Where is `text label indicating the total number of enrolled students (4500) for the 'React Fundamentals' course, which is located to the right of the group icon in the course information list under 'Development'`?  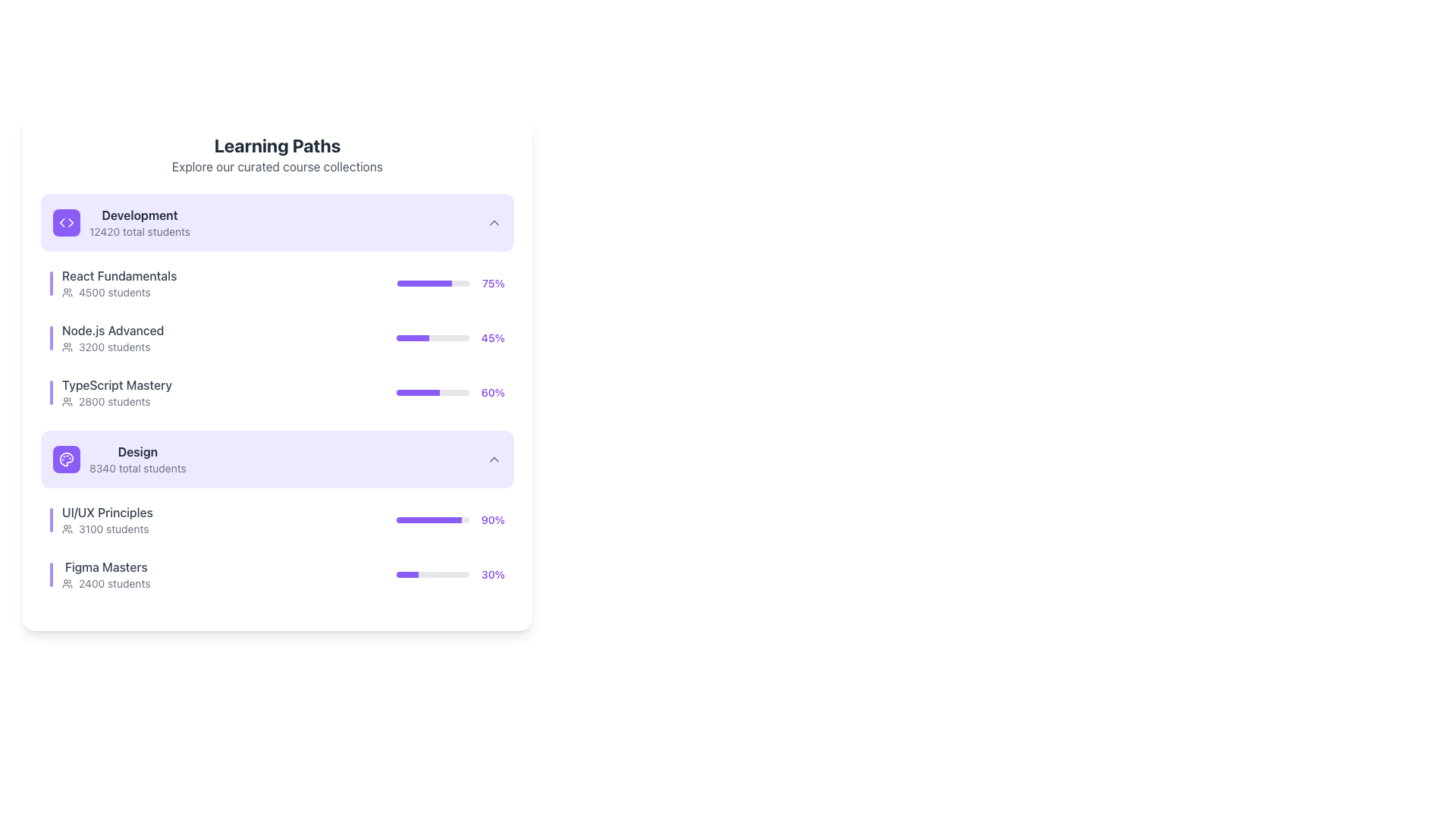 text label indicating the total number of enrolled students (4500) for the 'React Fundamentals' course, which is located to the right of the group icon in the course information list under 'Development' is located at coordinates (114, 292).